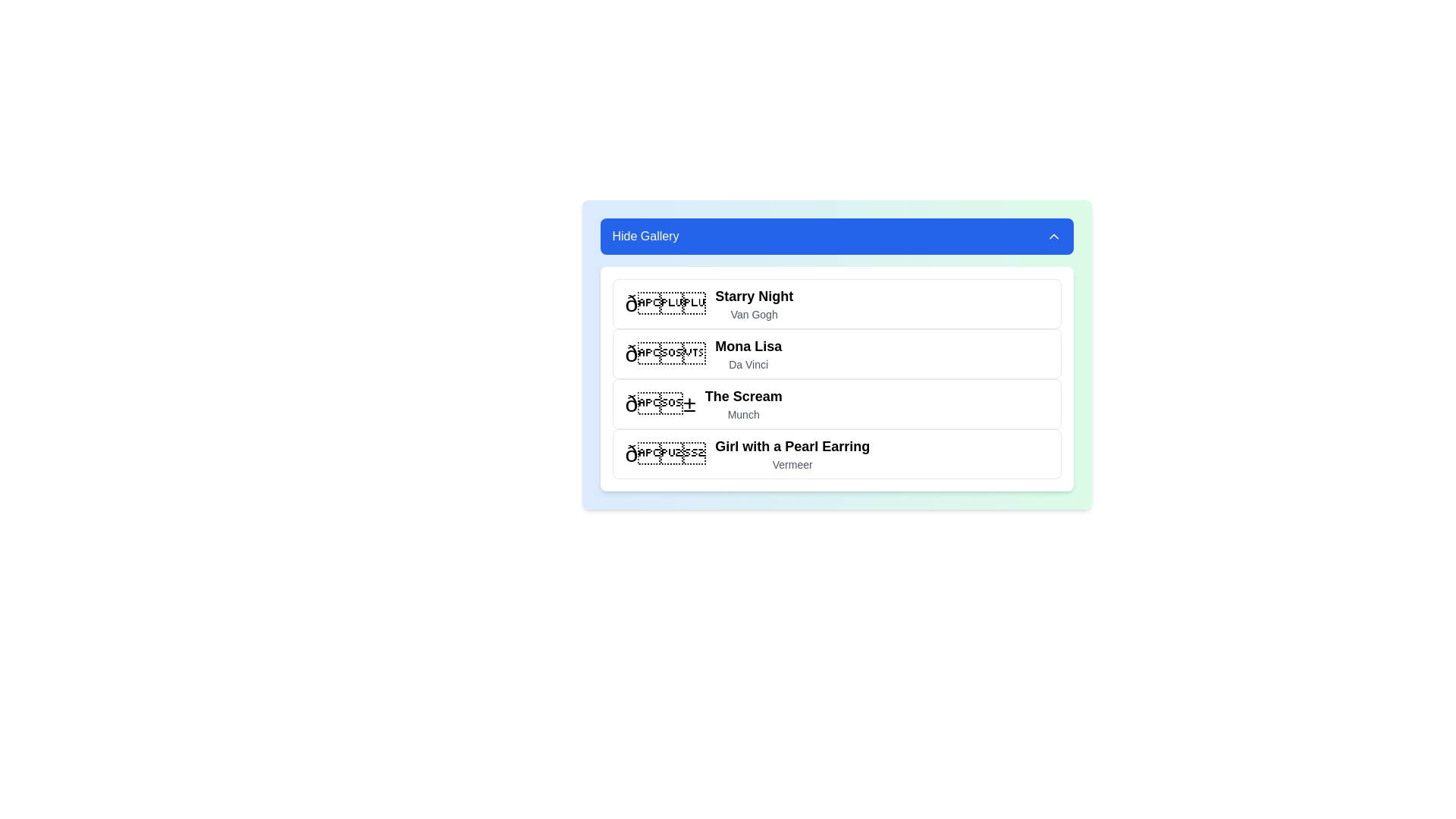  What do you see at coordinates (754, 304) in the screenshot?
I see `the text block displaying the name and creator of the artwork 'Starry Night', located immediately to the right of a globe emoji icon in the first gallery item` at bounding box center [754, 304].